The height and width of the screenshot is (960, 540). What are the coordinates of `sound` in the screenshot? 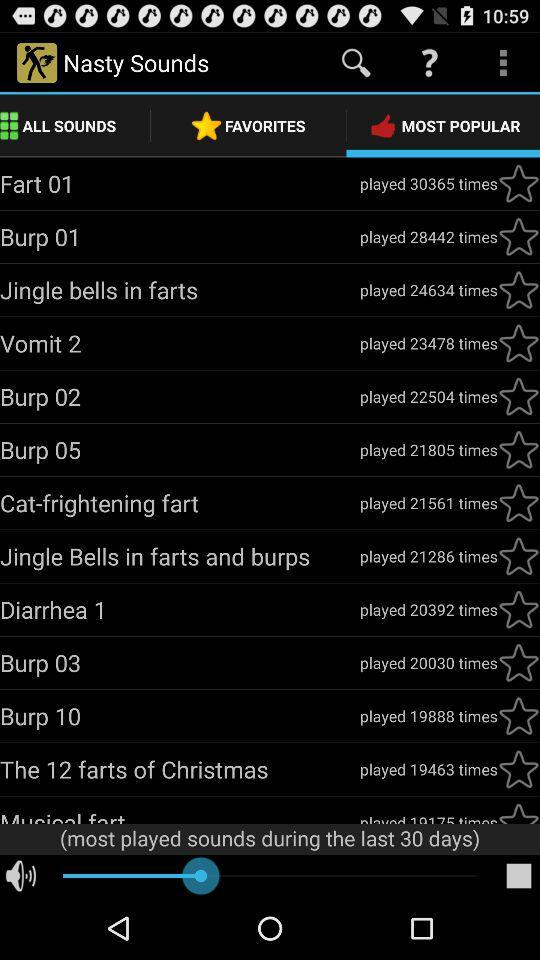 It's located at (518, 395).